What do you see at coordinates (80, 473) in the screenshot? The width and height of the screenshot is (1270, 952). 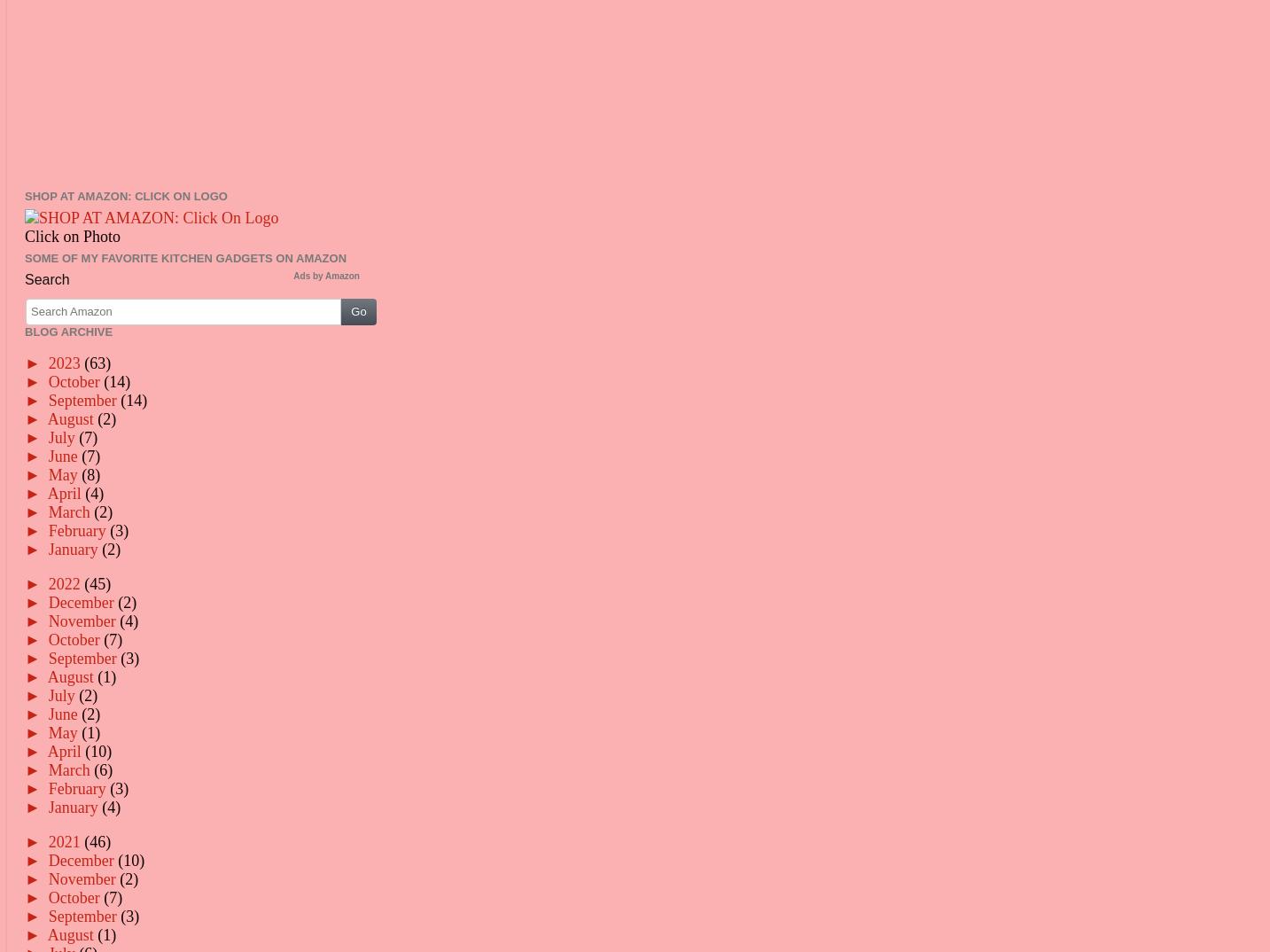 I see `'(8)'` at bounding box center [80, 473].